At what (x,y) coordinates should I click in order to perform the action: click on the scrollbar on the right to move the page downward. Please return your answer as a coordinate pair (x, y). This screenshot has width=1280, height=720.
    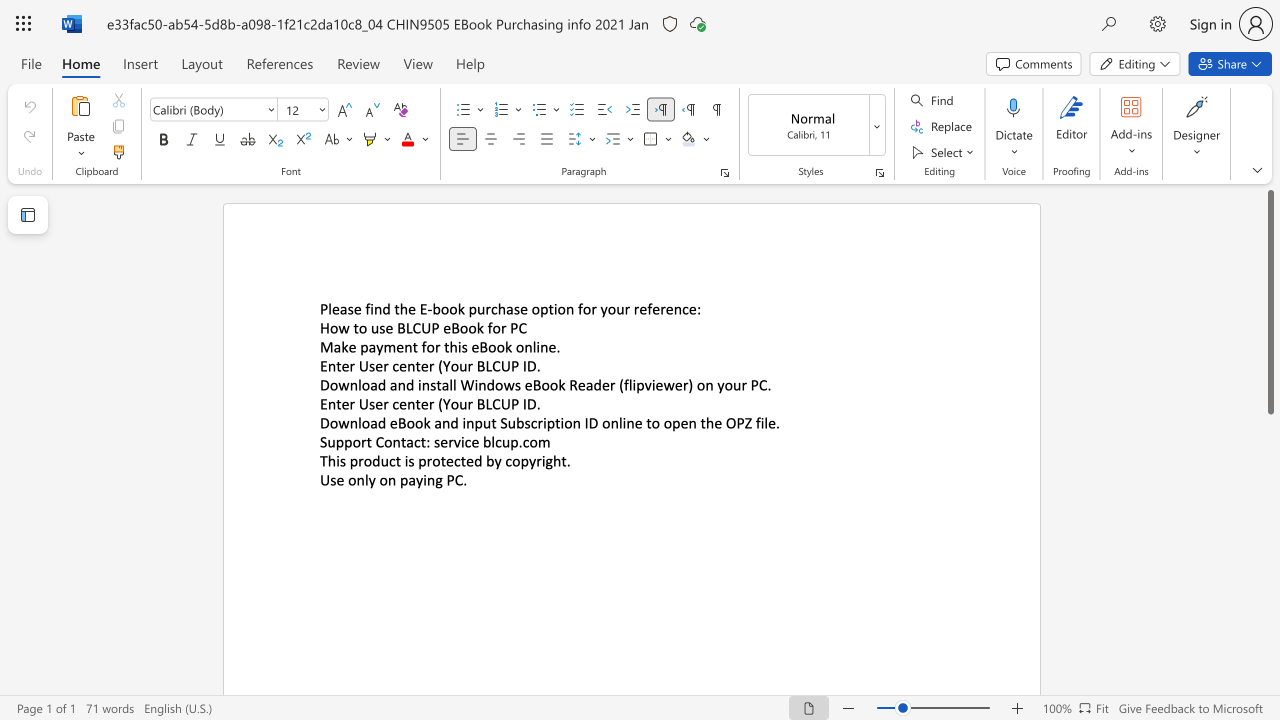
    Looking at the image, I should click on (1269, 640).